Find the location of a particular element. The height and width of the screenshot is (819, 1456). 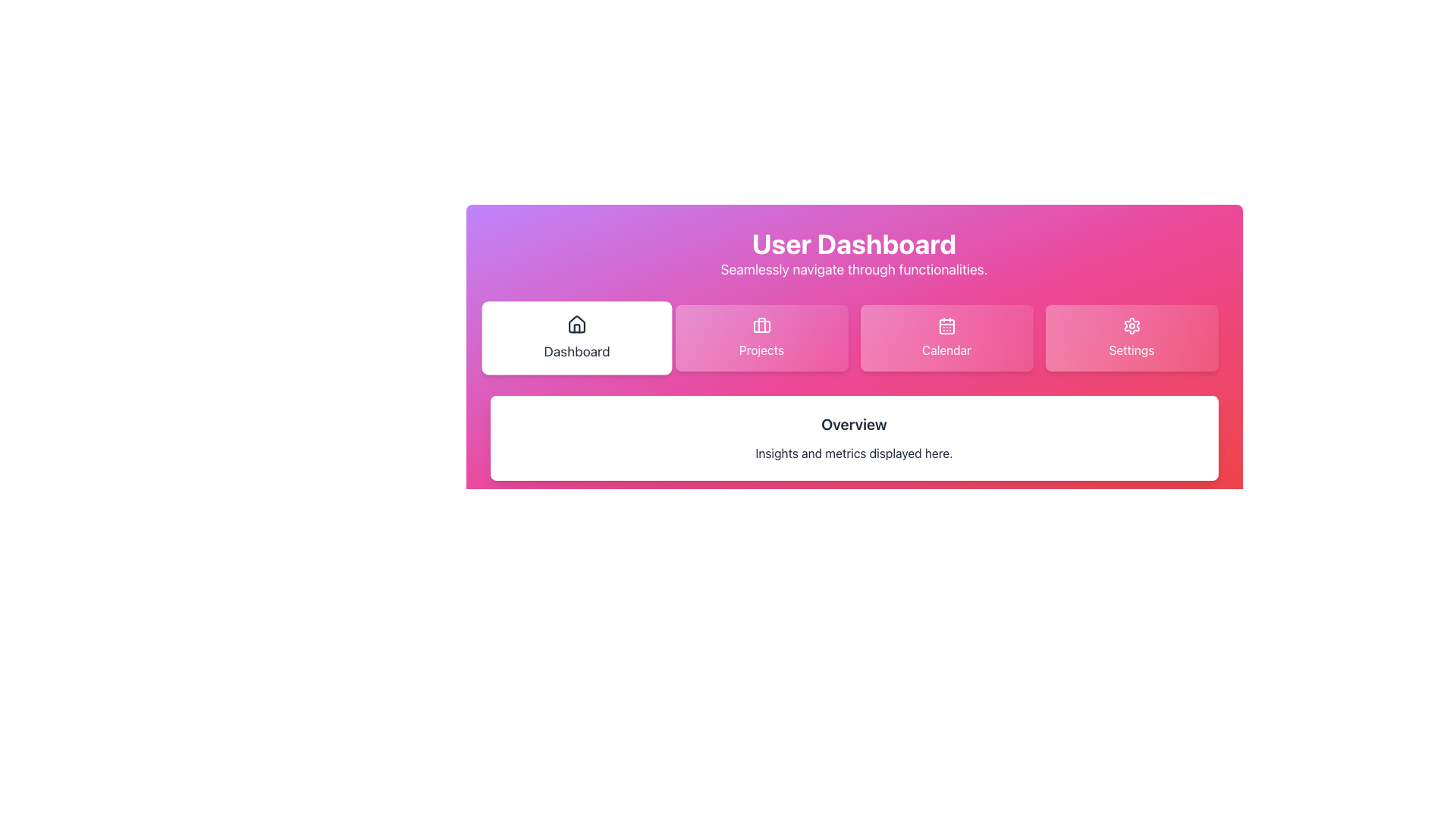

the rightmost button in the horizontal grid that navigates to the settings page is located at coordinates (1131, 337).